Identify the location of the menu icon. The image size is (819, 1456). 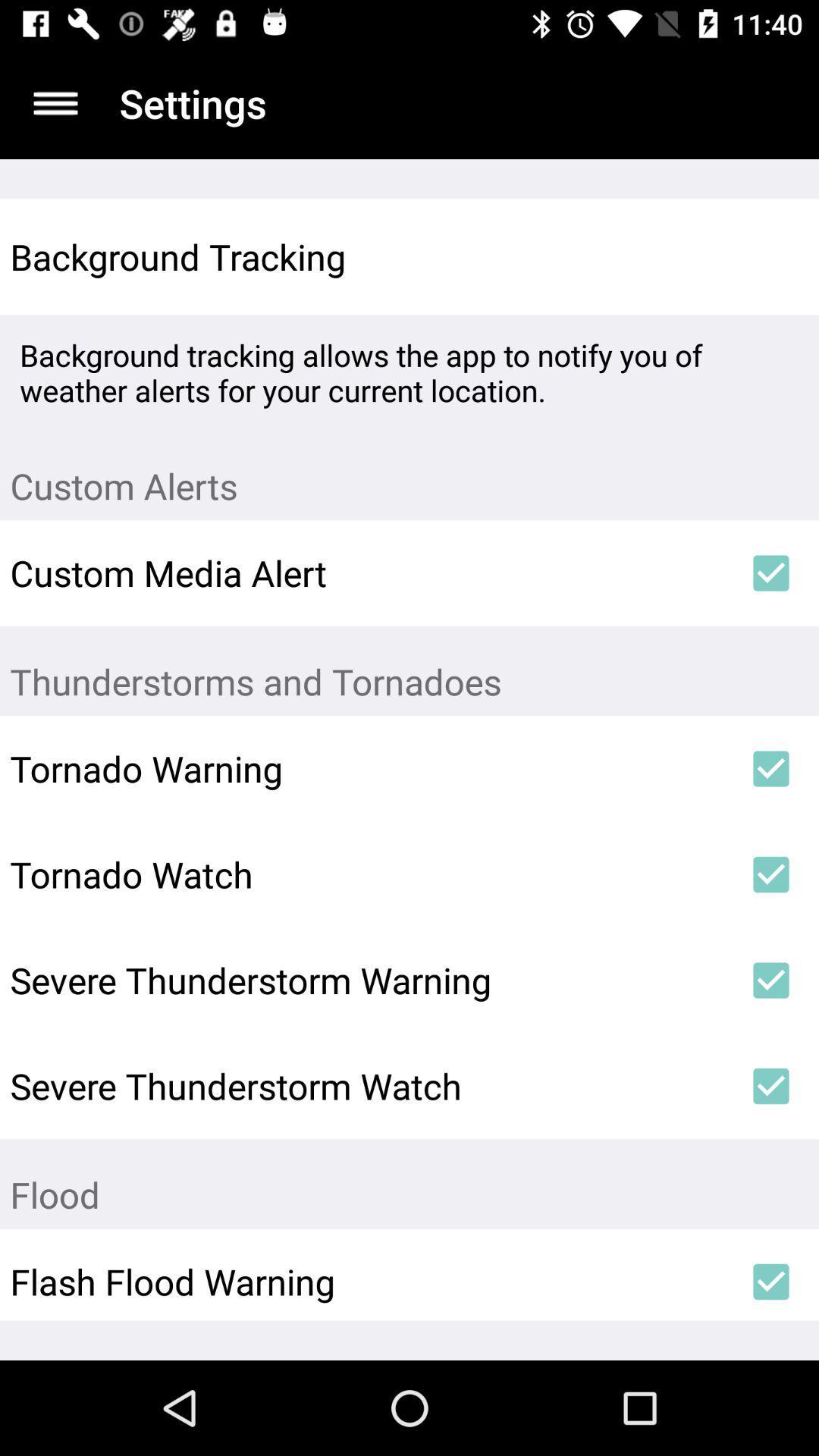
(55, 102).